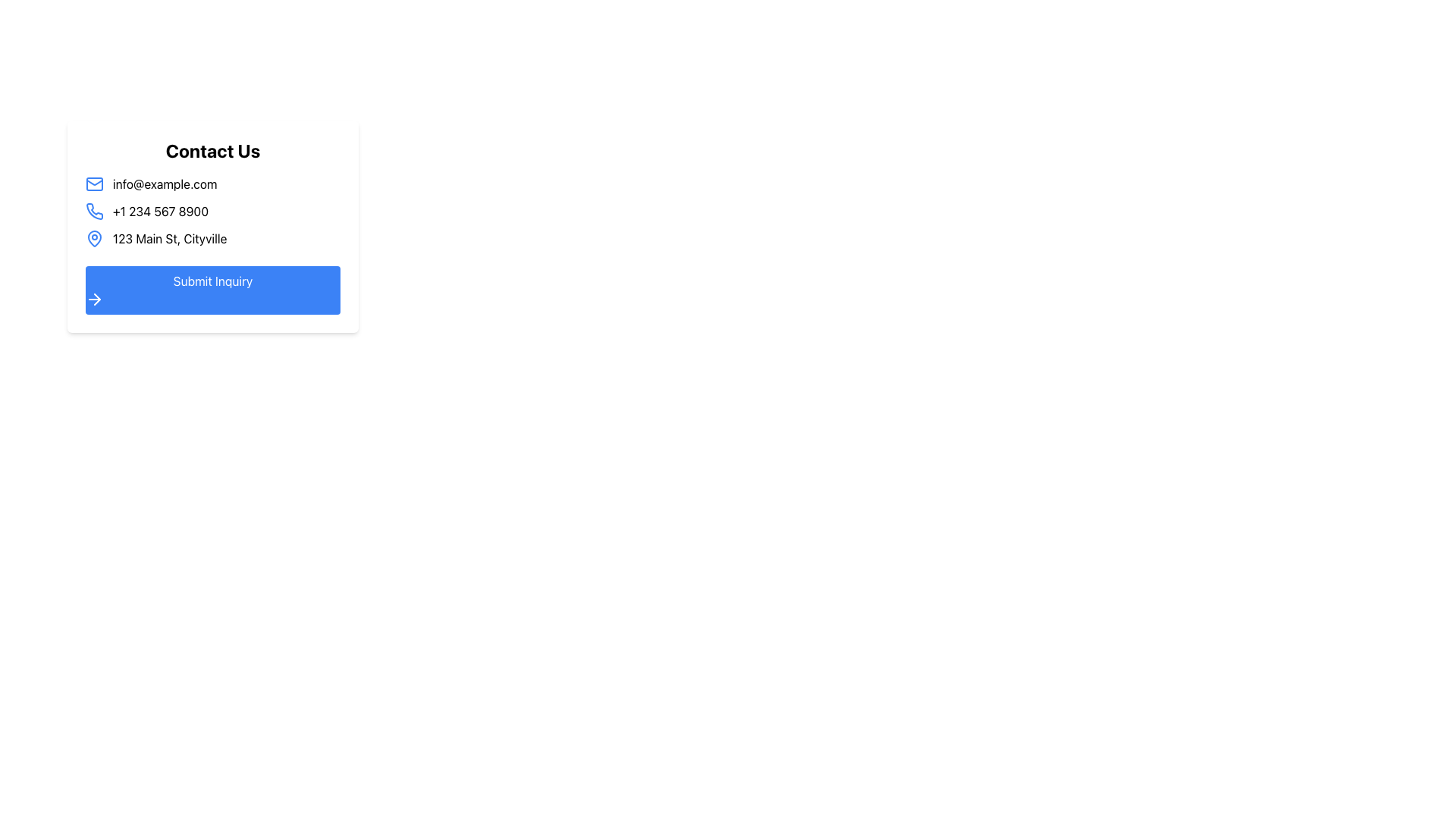 The width and height of the screenshot is (1456, 819). I want to click on static text element displaying the address '123 Main St, Cityville', which is located in the third row of the main contact information section, accompanied by a blue location pin icon, so click(212, 239).